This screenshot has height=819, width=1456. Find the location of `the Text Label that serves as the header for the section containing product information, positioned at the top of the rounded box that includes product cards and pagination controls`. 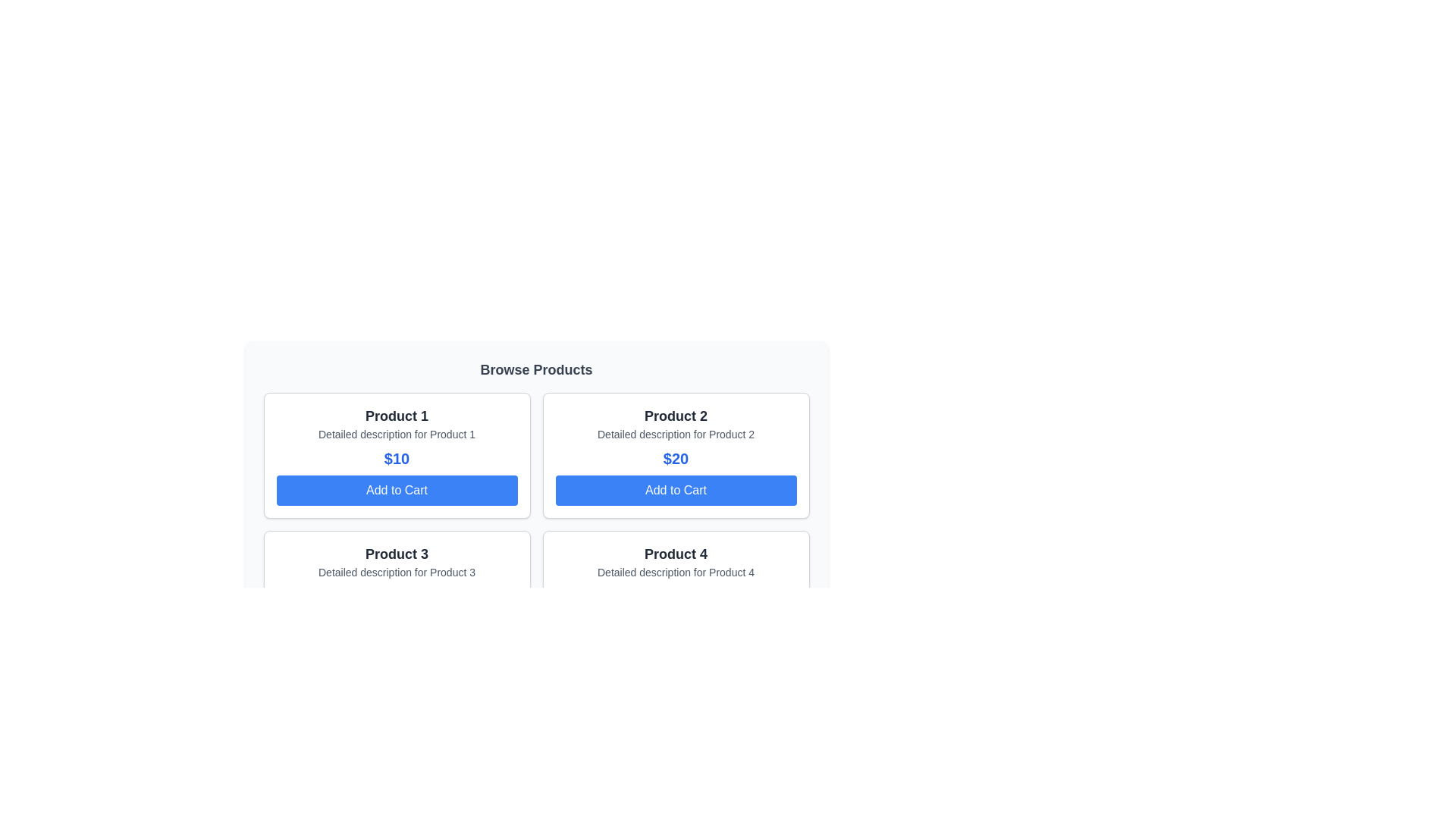

the Text Label that serves as the header for the section containing product information, positioned at the top of the rounded box that includes product cards and pagination controls is located at coordinates (536, 370).